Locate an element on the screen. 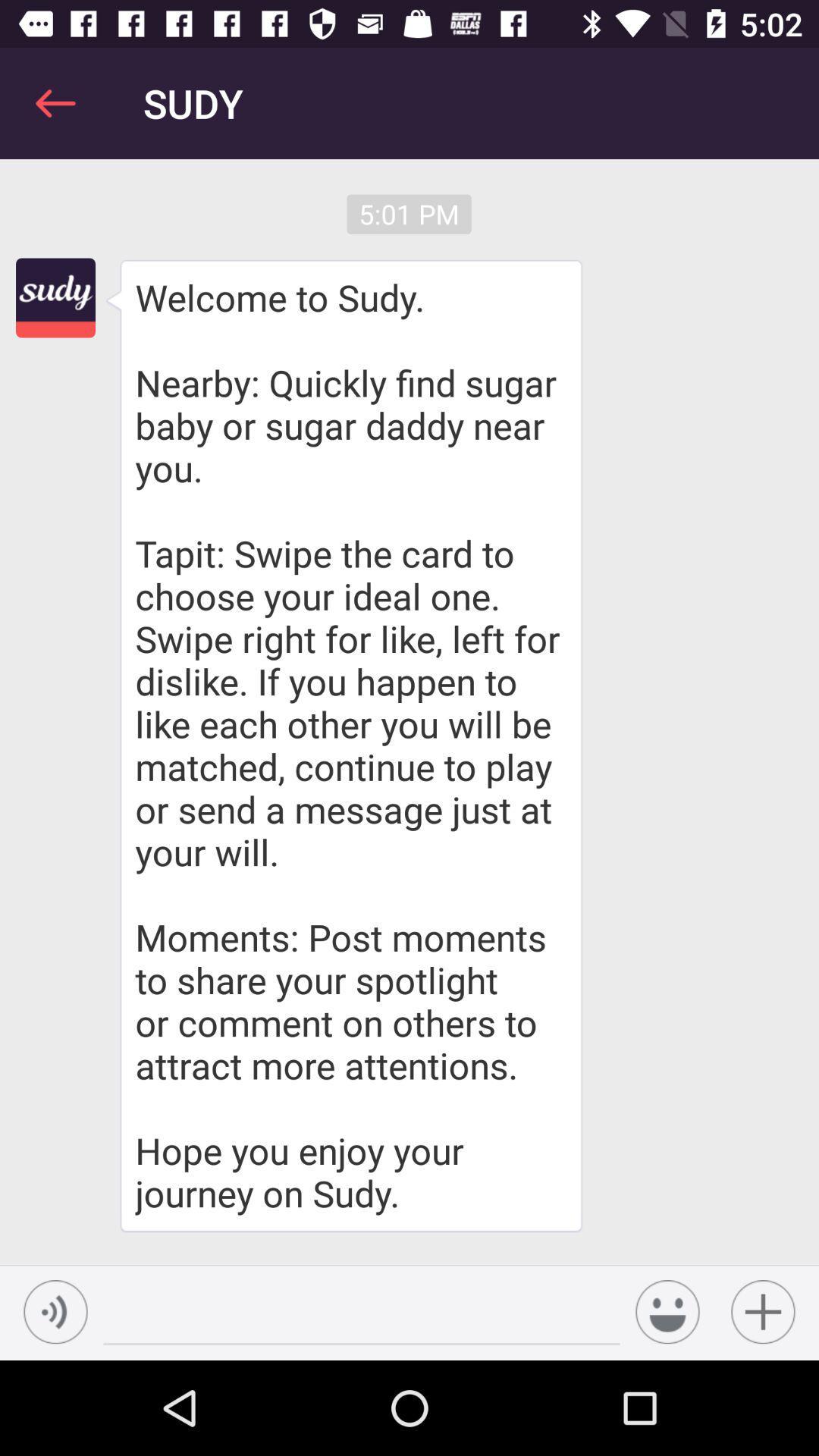  the add icon is located at coordinates (763, 1311).